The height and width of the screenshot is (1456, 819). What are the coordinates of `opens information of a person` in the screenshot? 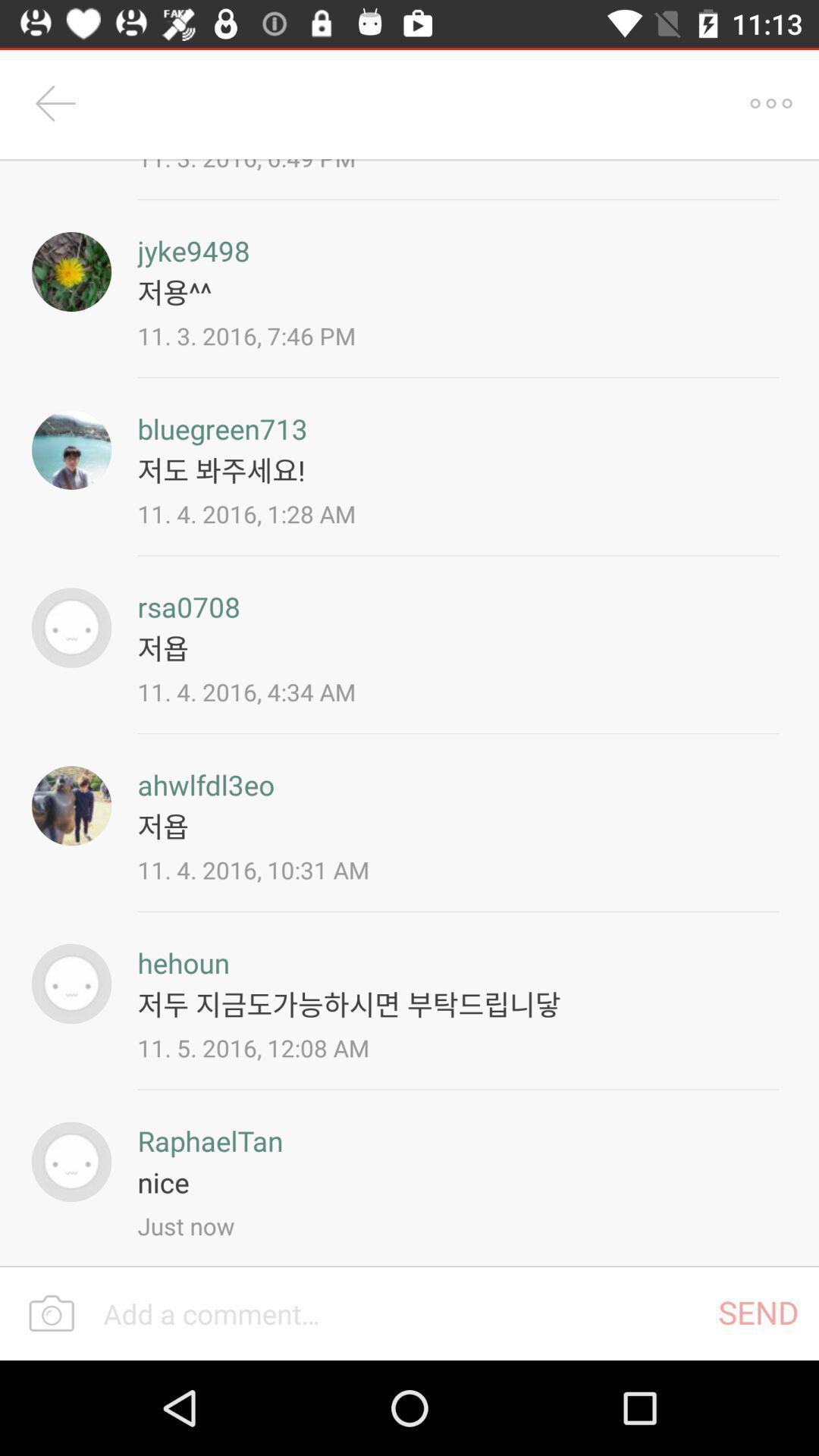 It's located at (71, 449).